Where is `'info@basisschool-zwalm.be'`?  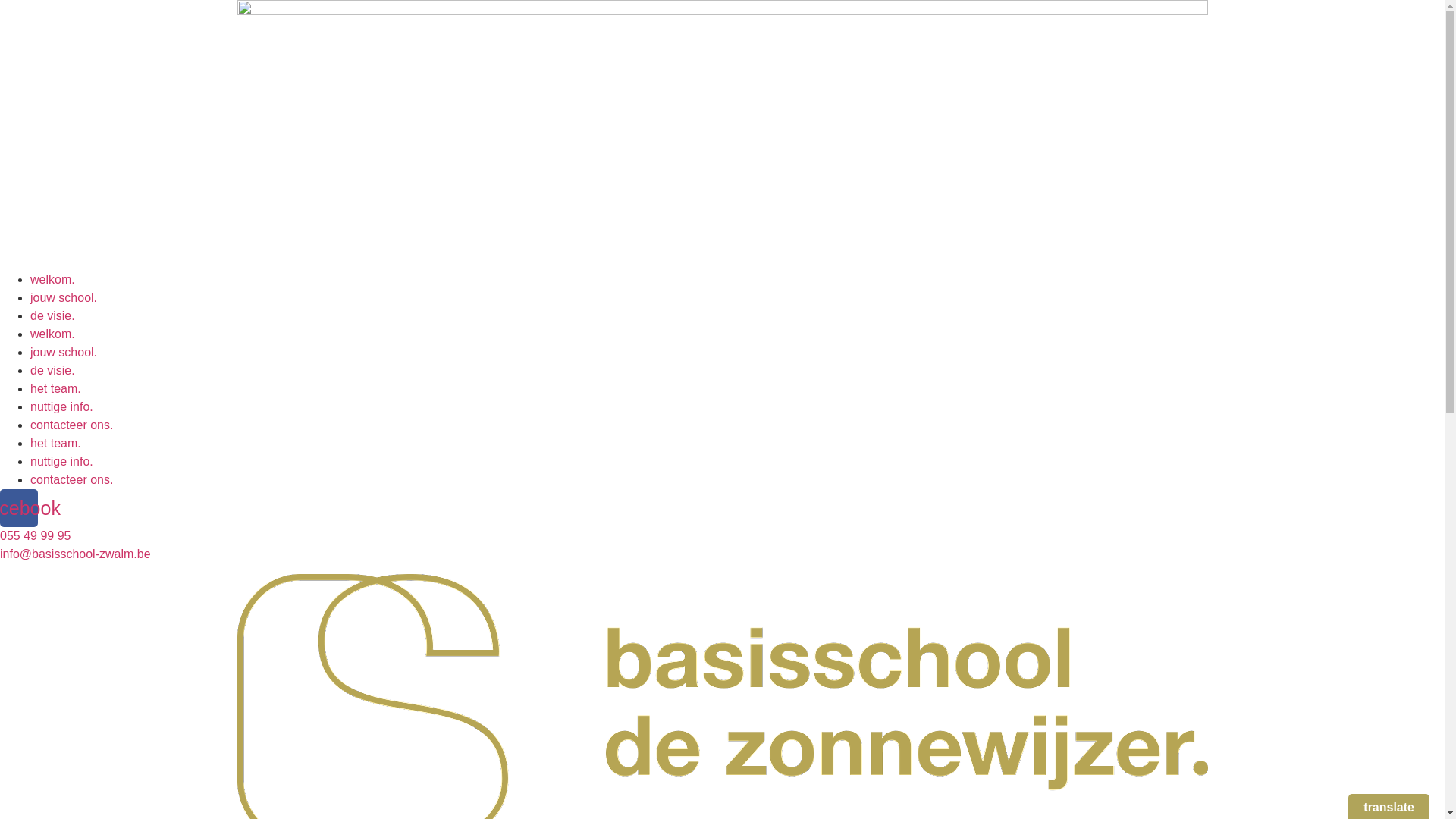
'info@basisschool-zwalm.be' is located at coordinates (0, 554).